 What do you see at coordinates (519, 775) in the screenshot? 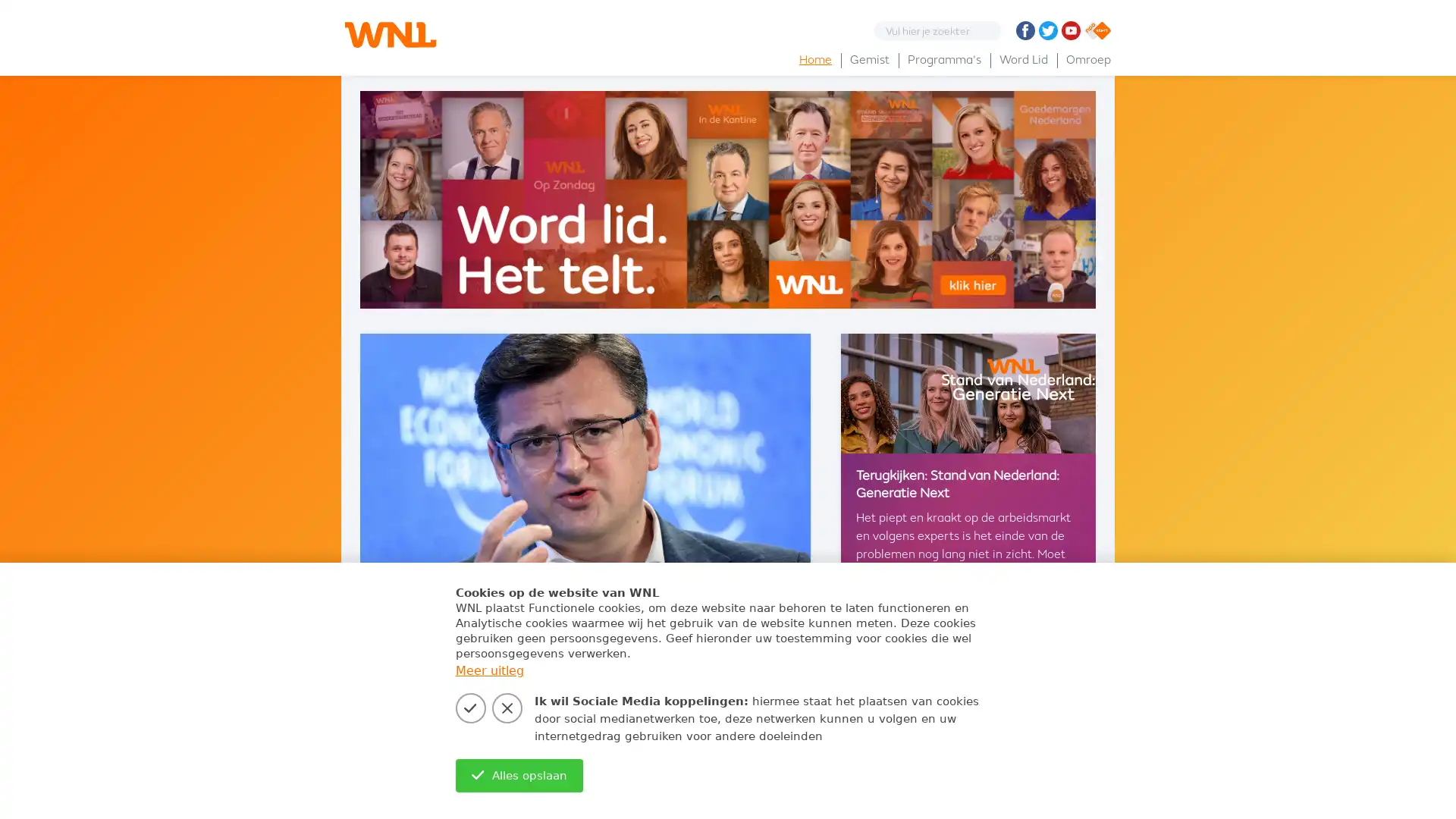
I see `Alles opslaan` at bounding box center [519, 775].